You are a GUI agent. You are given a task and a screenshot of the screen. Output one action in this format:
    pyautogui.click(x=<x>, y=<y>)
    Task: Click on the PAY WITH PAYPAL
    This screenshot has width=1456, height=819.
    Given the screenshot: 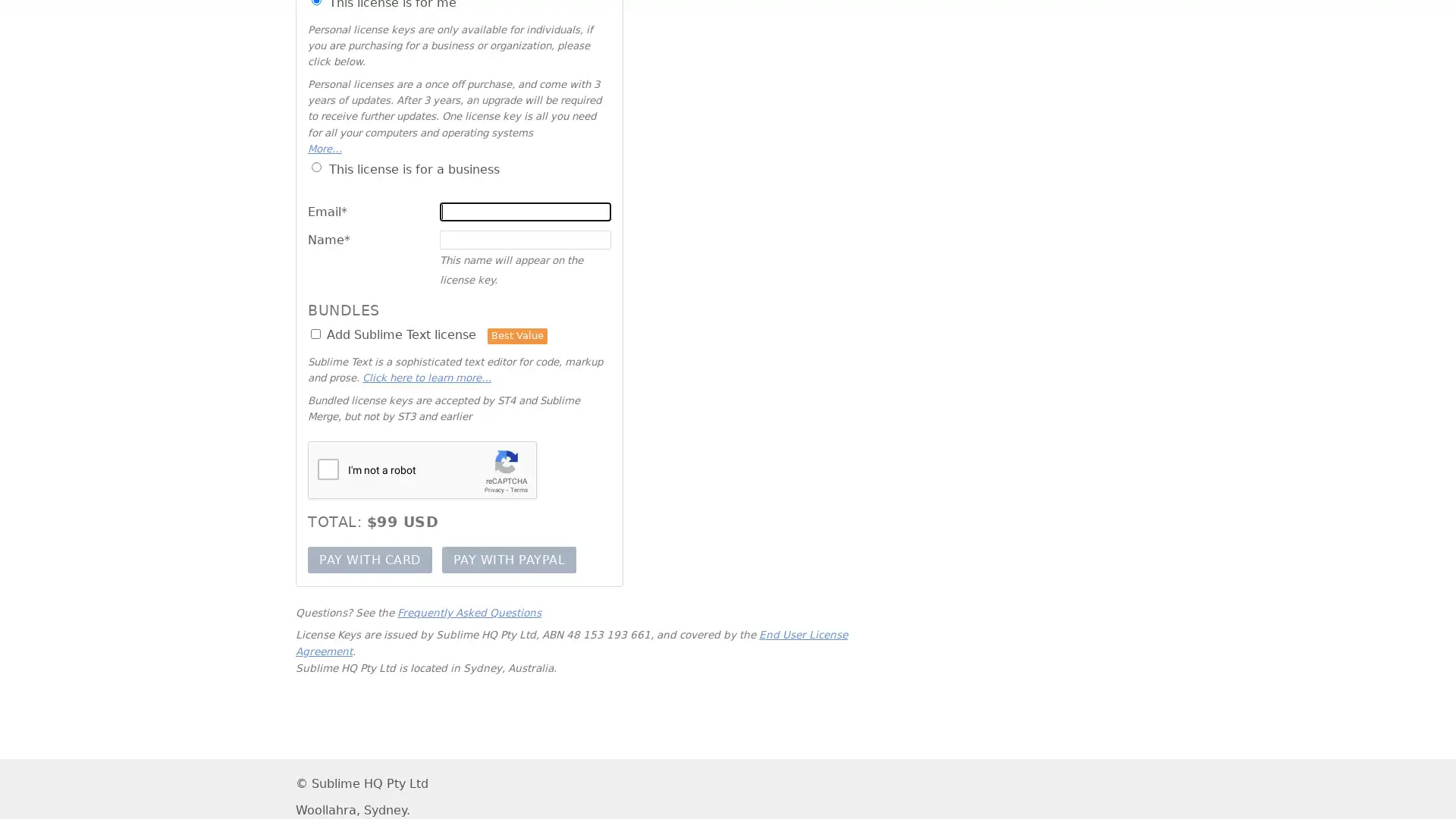 What is the action you would take?
    pyautogui.click(x=509, y=559)
    